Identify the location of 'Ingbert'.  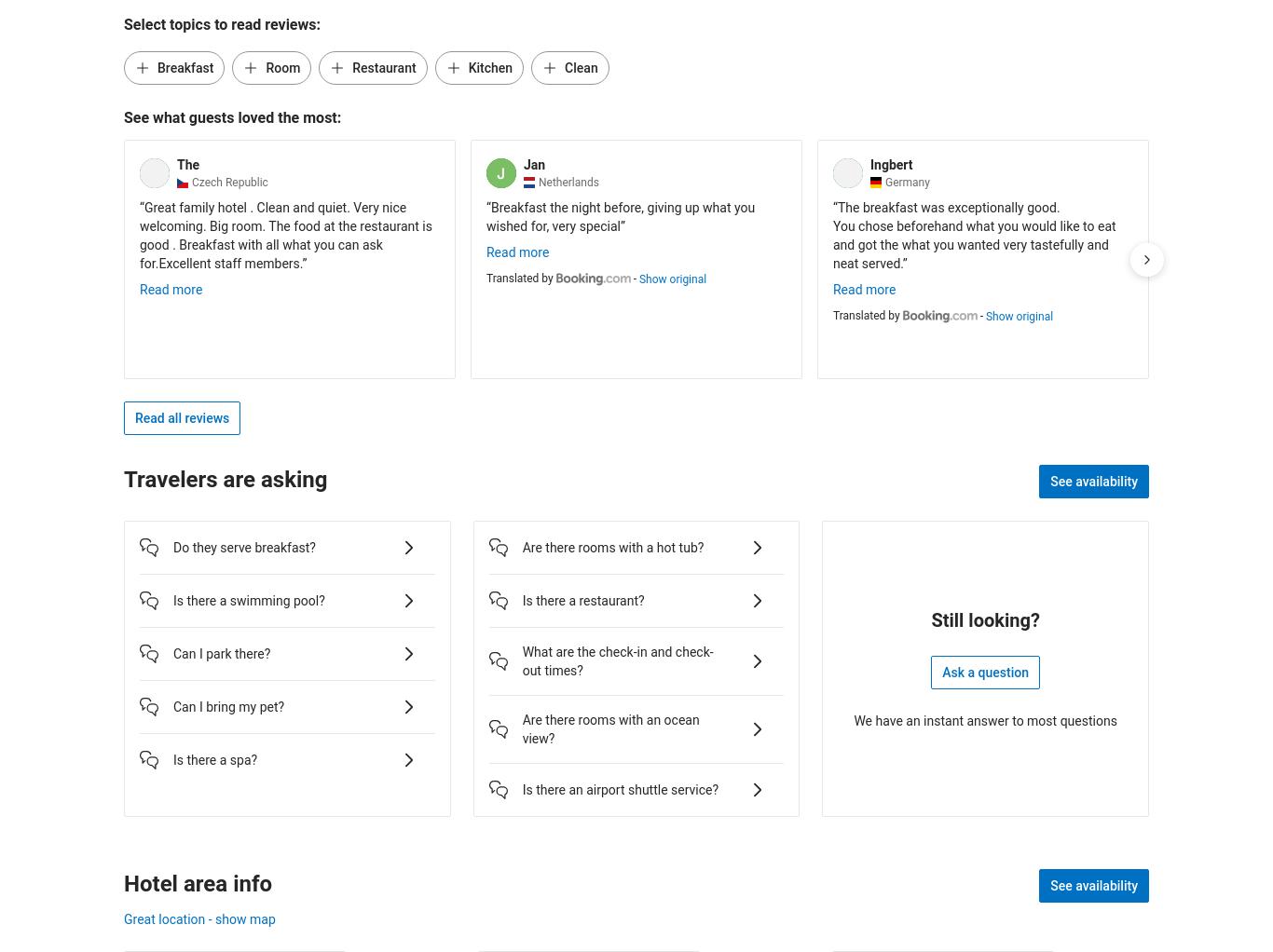
(891, 162).